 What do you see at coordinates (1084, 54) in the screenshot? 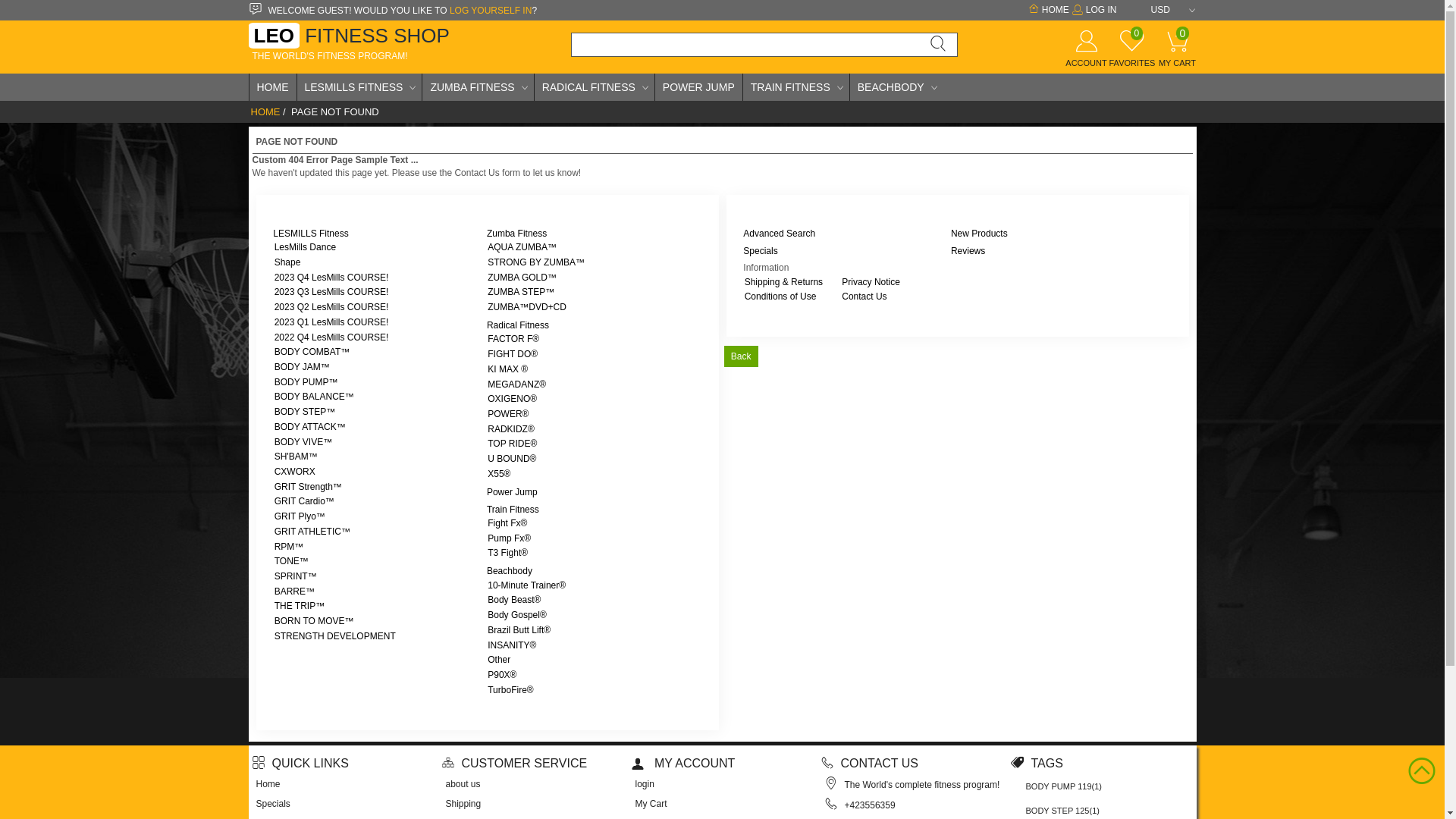
I see `'ACCOUNT'` at bounding box center [1084, 54].